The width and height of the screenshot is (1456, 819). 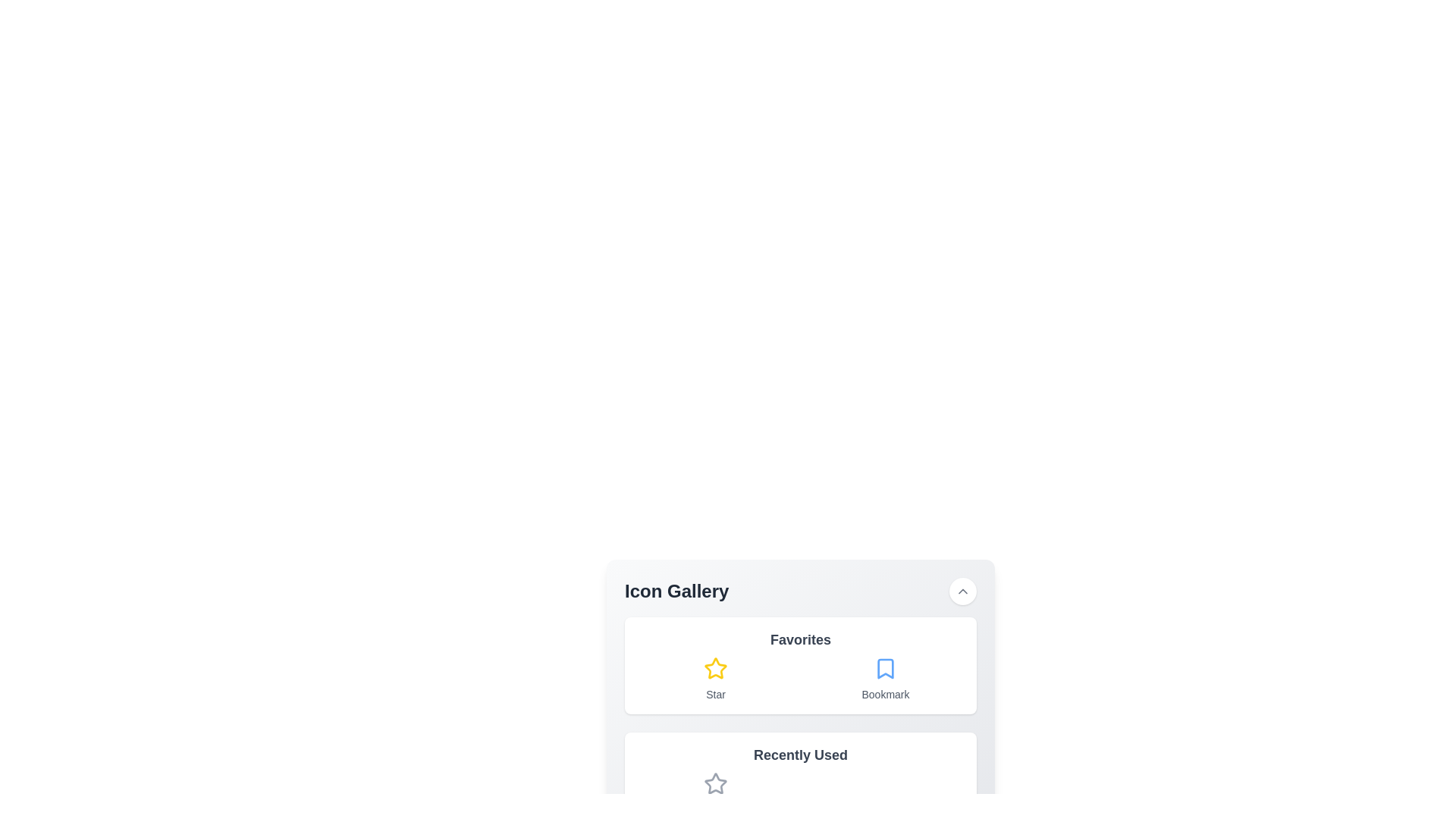 What do you see at coordinates (715, 794) in the screenshot?
I see `the empty star icon labeled 'Star Empty' in the bottom section of the 'Recently Used' grouping within the 'Icon Gallery'` at bounding box center [715, 794].